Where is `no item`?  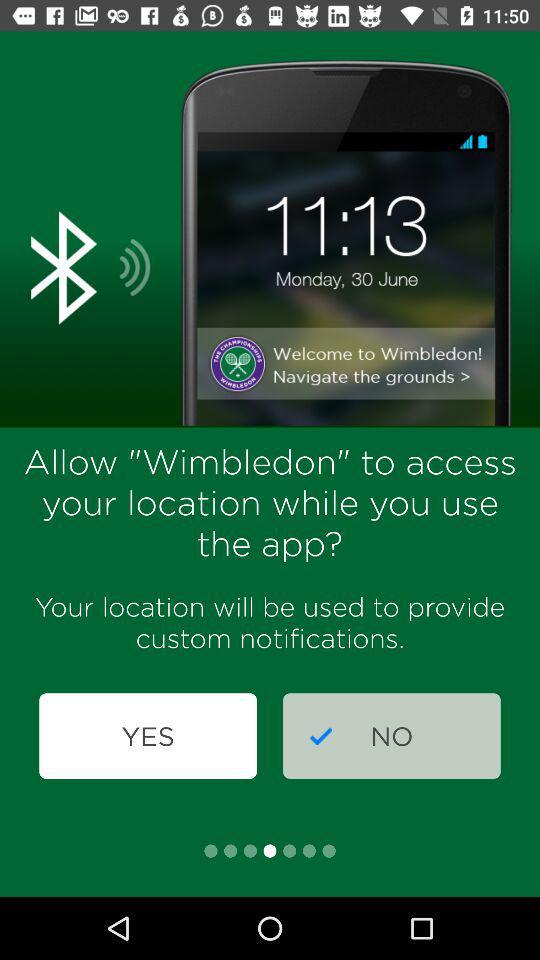 no item is located at coordinates (391, 735).